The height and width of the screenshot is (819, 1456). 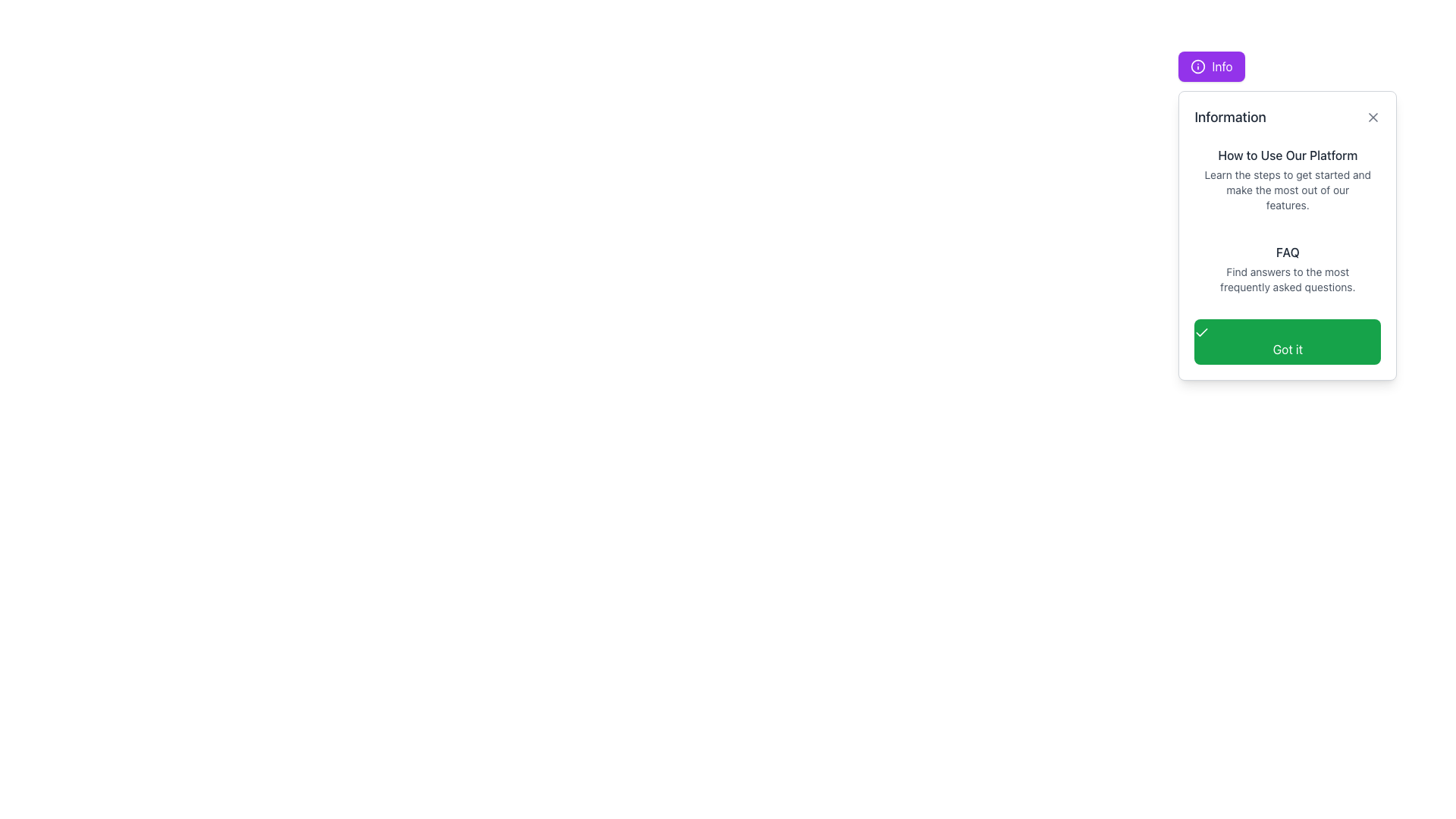 I want to click on the purple 'Info' button with rounded corners and a shadow effect, so click(x=1211, y=66).